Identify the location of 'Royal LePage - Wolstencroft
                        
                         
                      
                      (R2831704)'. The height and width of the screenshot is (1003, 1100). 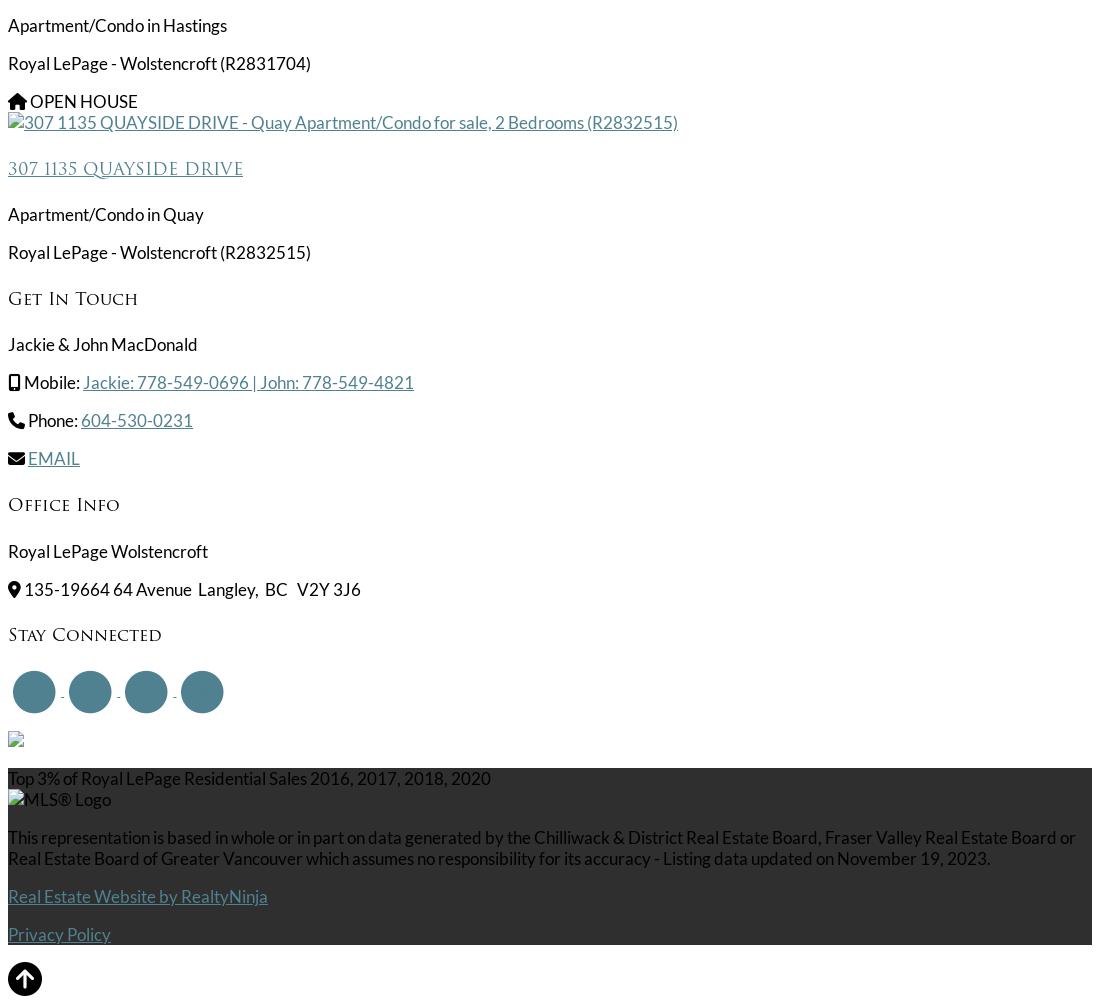
(158, 63).